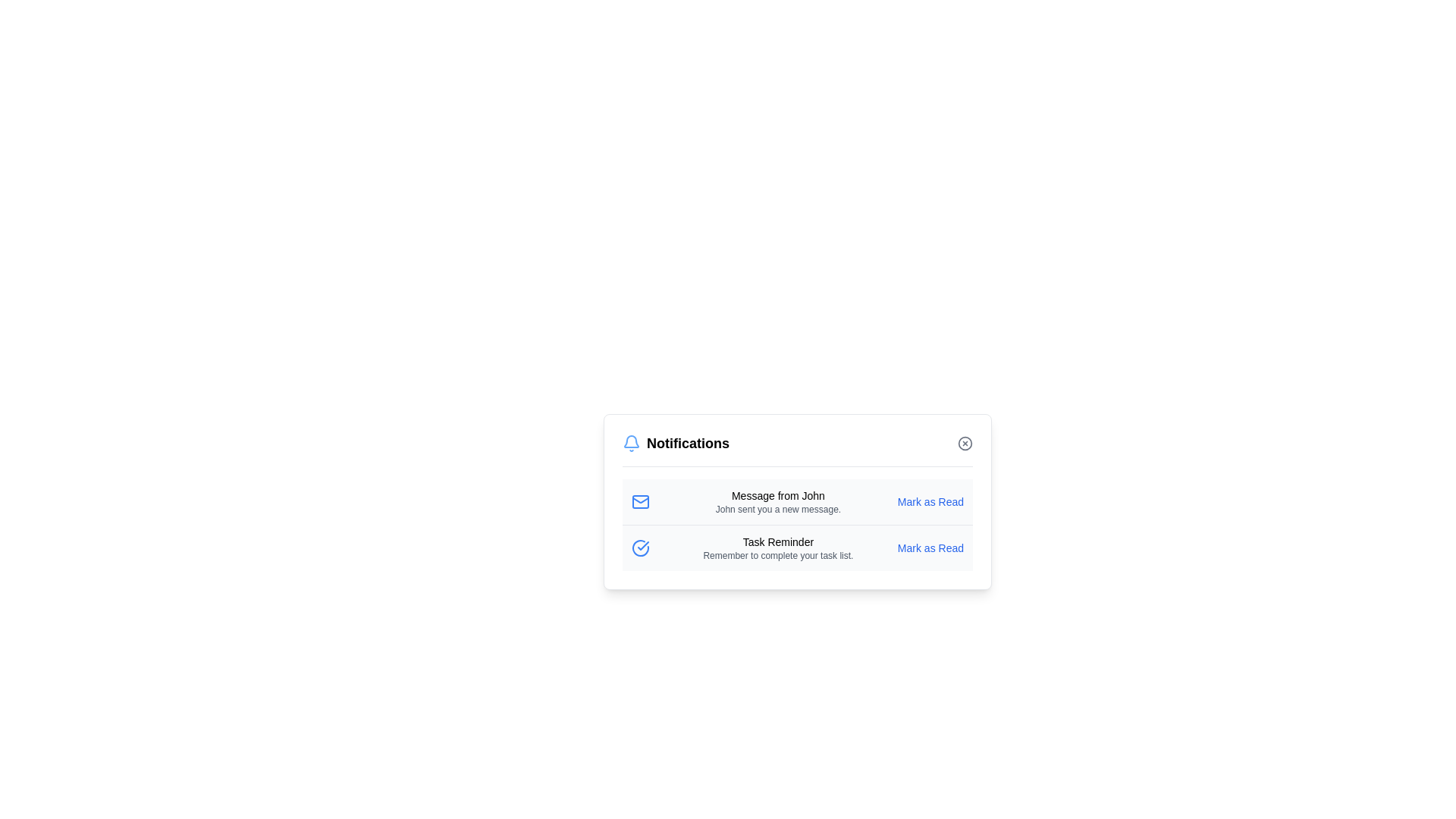 The height and width of the screenshot is (819, 1456). I want to click on the sky-blue bell icon located at the top-left corner of the 'Notifications' title group, so click(632, 444).